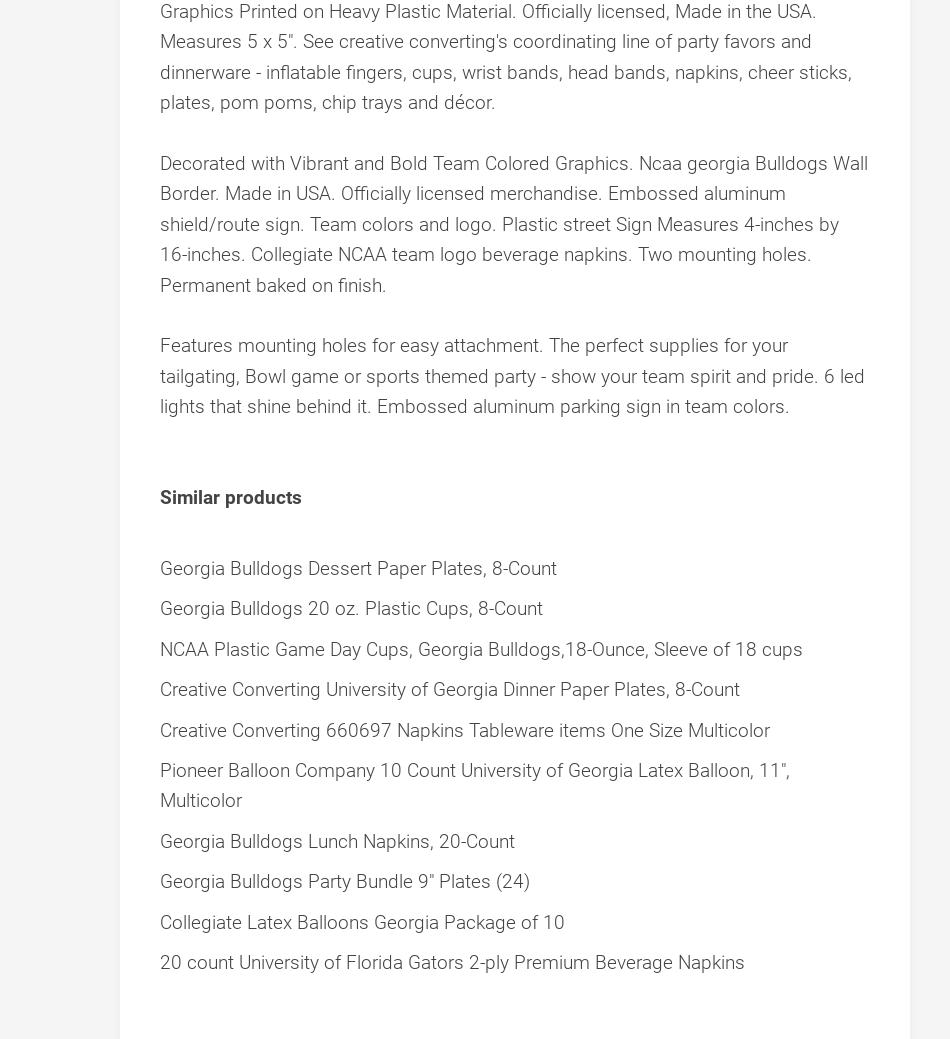 The height and width of the screenshot is (1039, 950). Describe the element at coordinates (449, 689) in the screenshot. I see `'Creative Converting University of Georgia Dinner Paper Plates, 8-Count'` at that location.